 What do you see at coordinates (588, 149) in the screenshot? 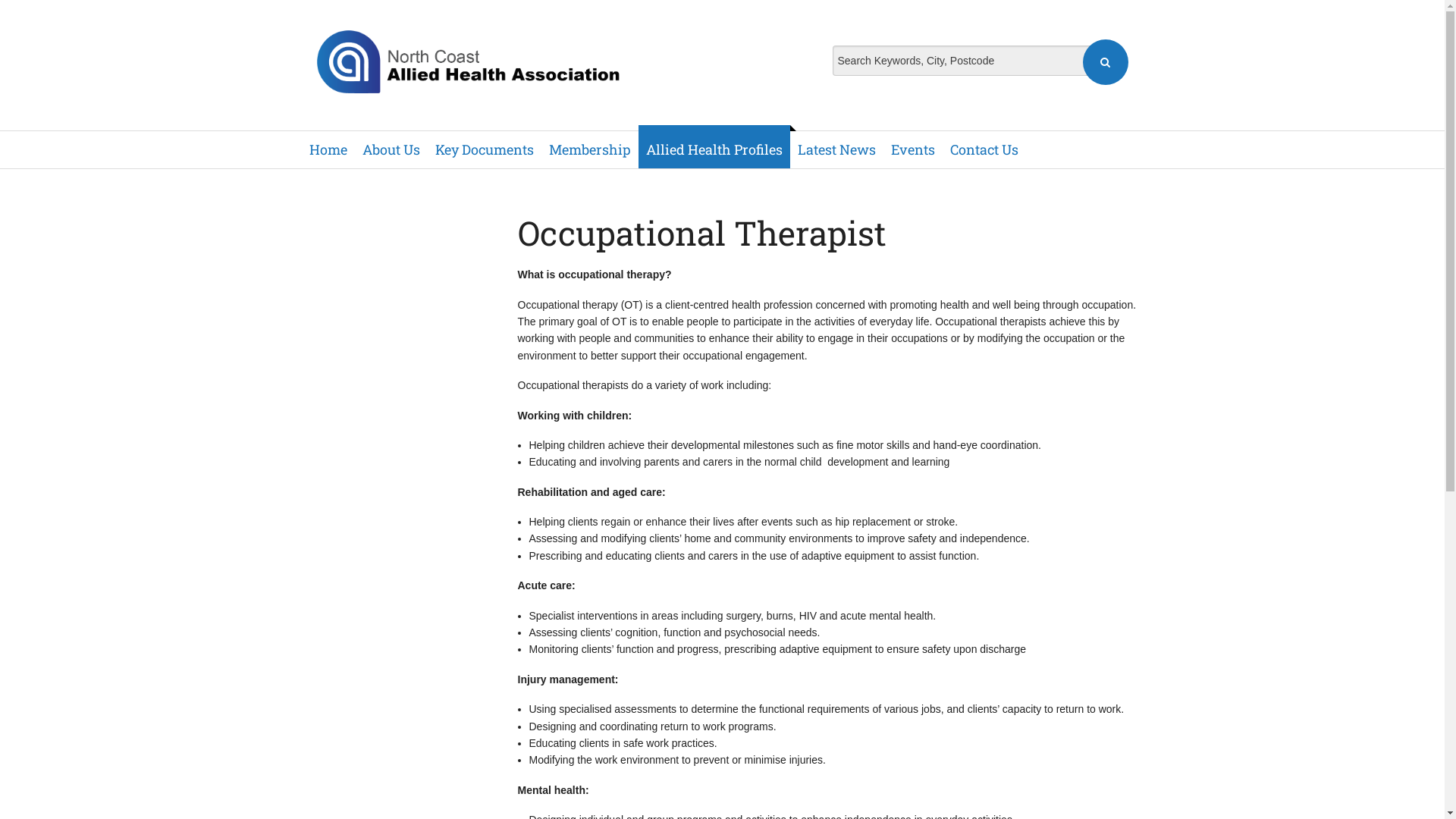
I see `'Membership'` at bounding box center [588, 149].